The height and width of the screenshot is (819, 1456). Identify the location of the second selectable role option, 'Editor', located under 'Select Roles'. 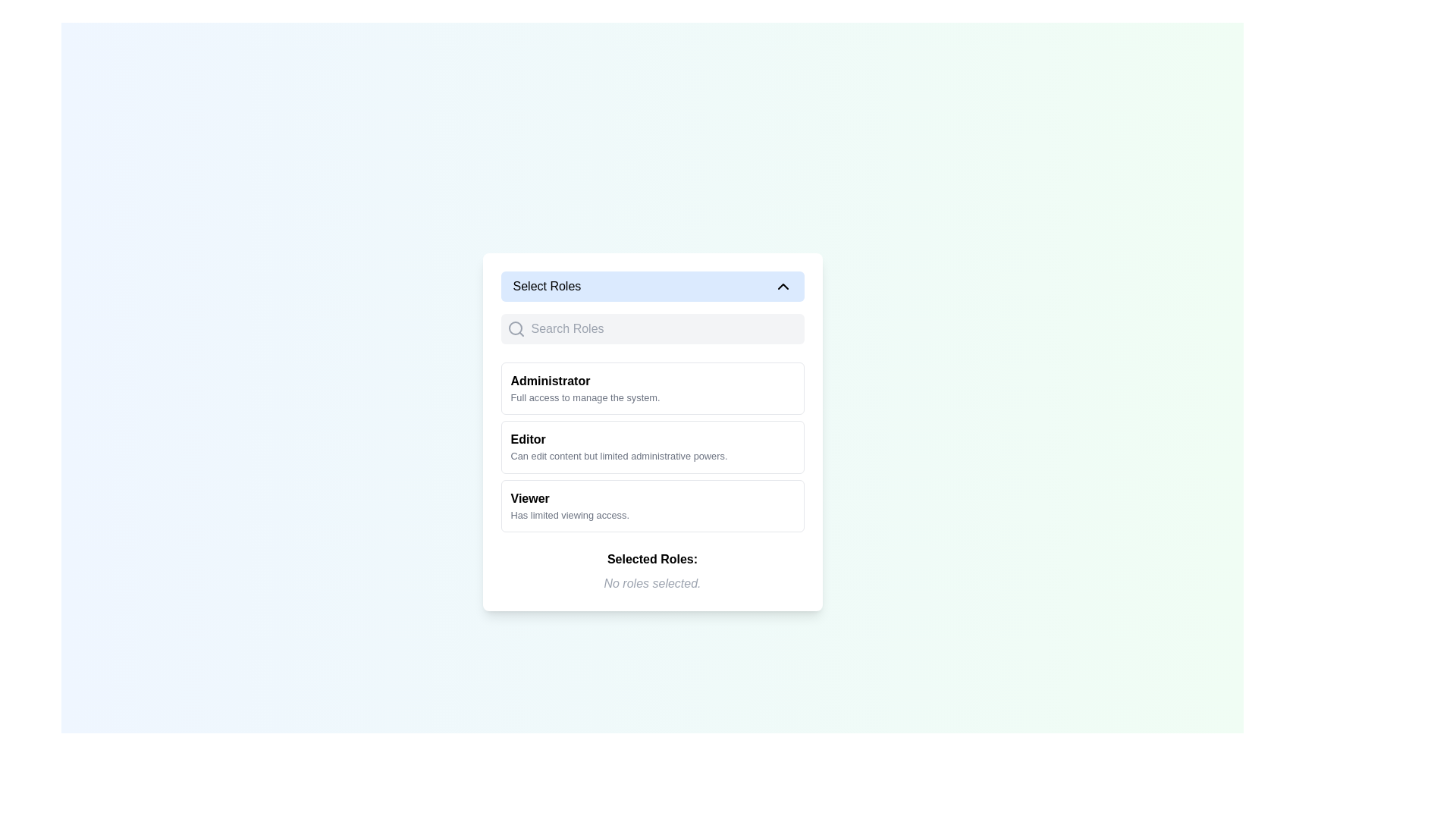
(652, 447).